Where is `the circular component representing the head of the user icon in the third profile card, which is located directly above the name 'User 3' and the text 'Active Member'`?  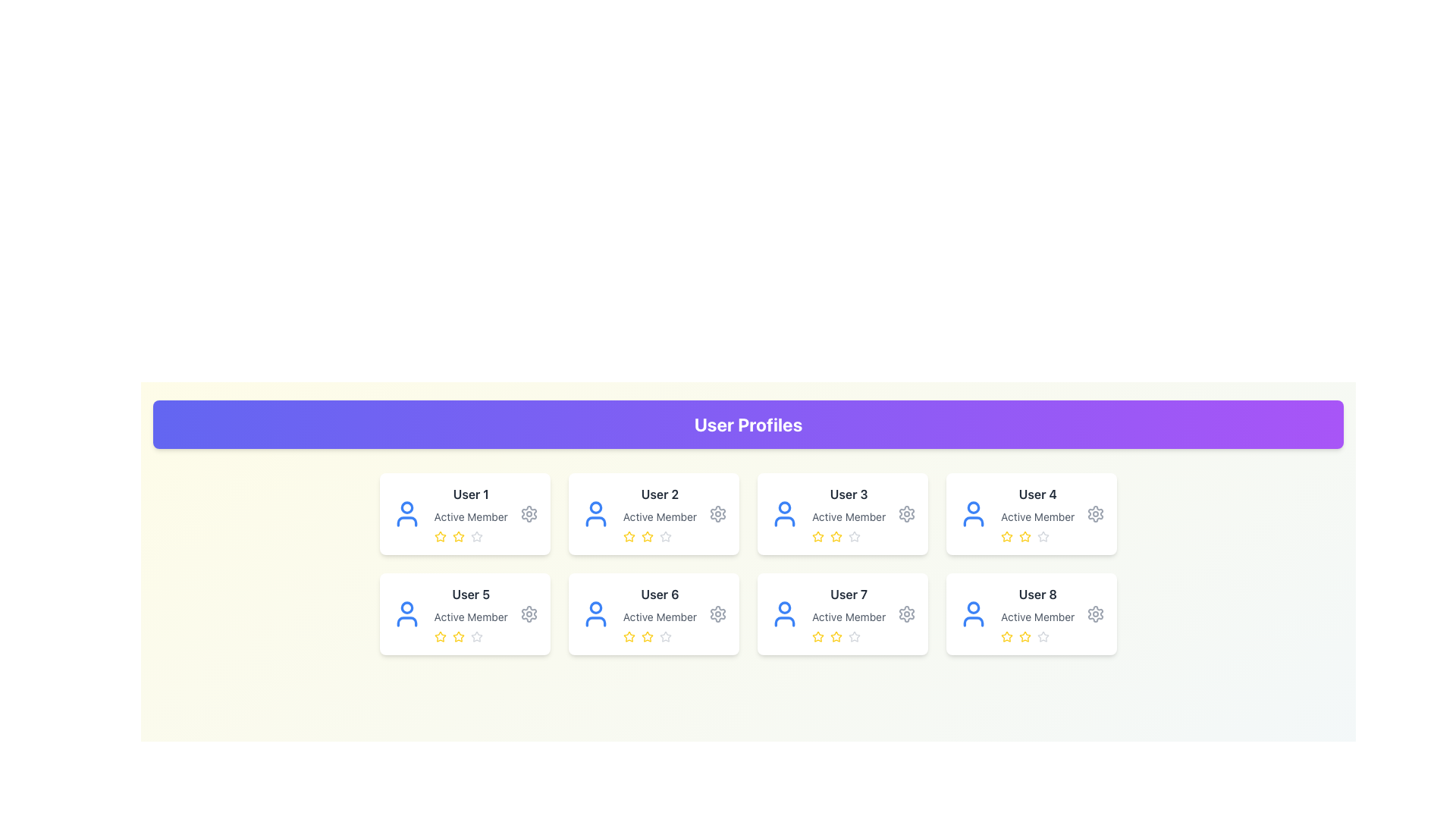
the circular component representing the head of the user icon in the third profile card, which is located directly above the name 'User 3' and the text 'Active Member' is located at coordinates (785, 507).